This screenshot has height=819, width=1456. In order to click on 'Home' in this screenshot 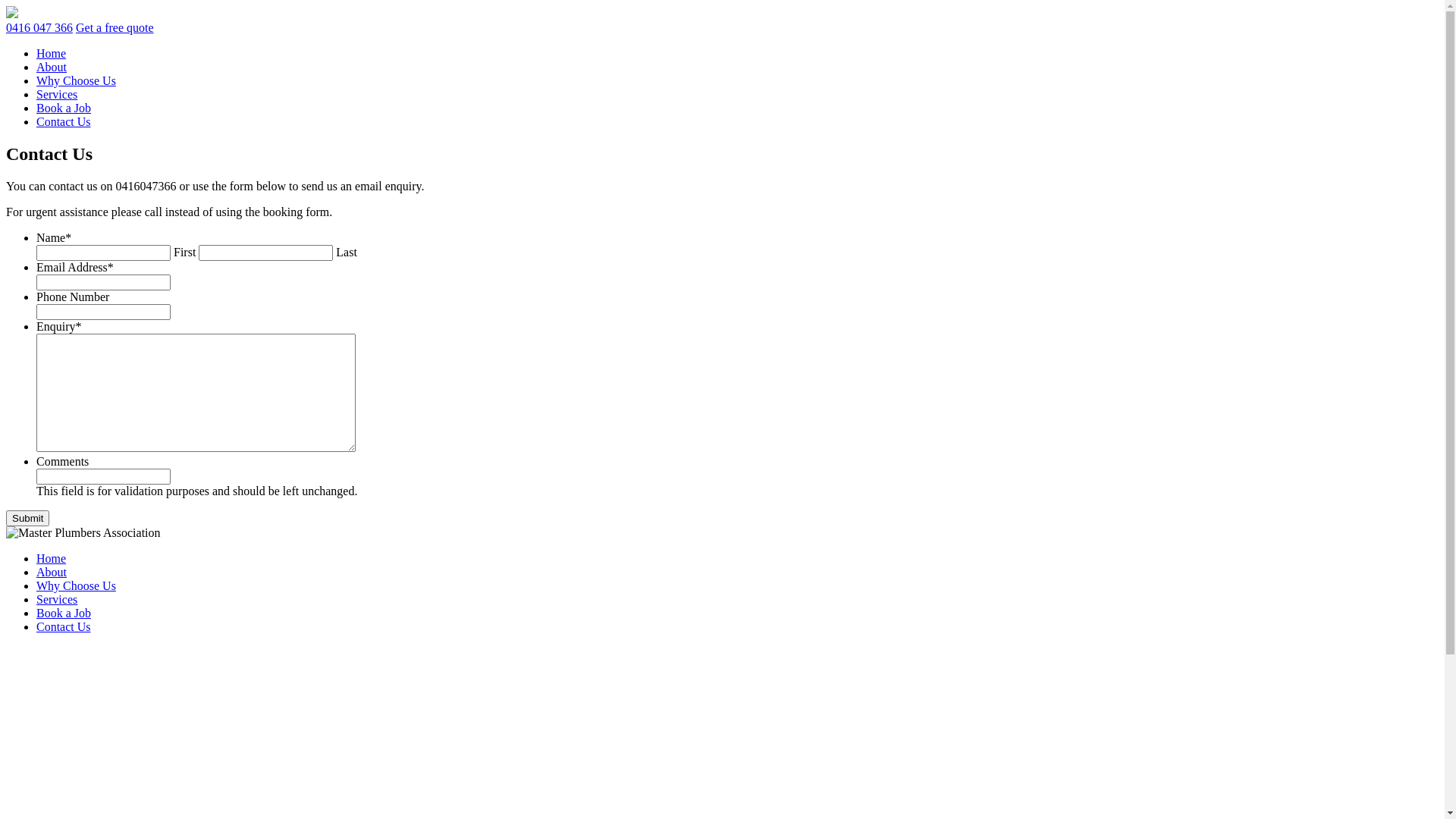, I will do `click(51, 52)`.